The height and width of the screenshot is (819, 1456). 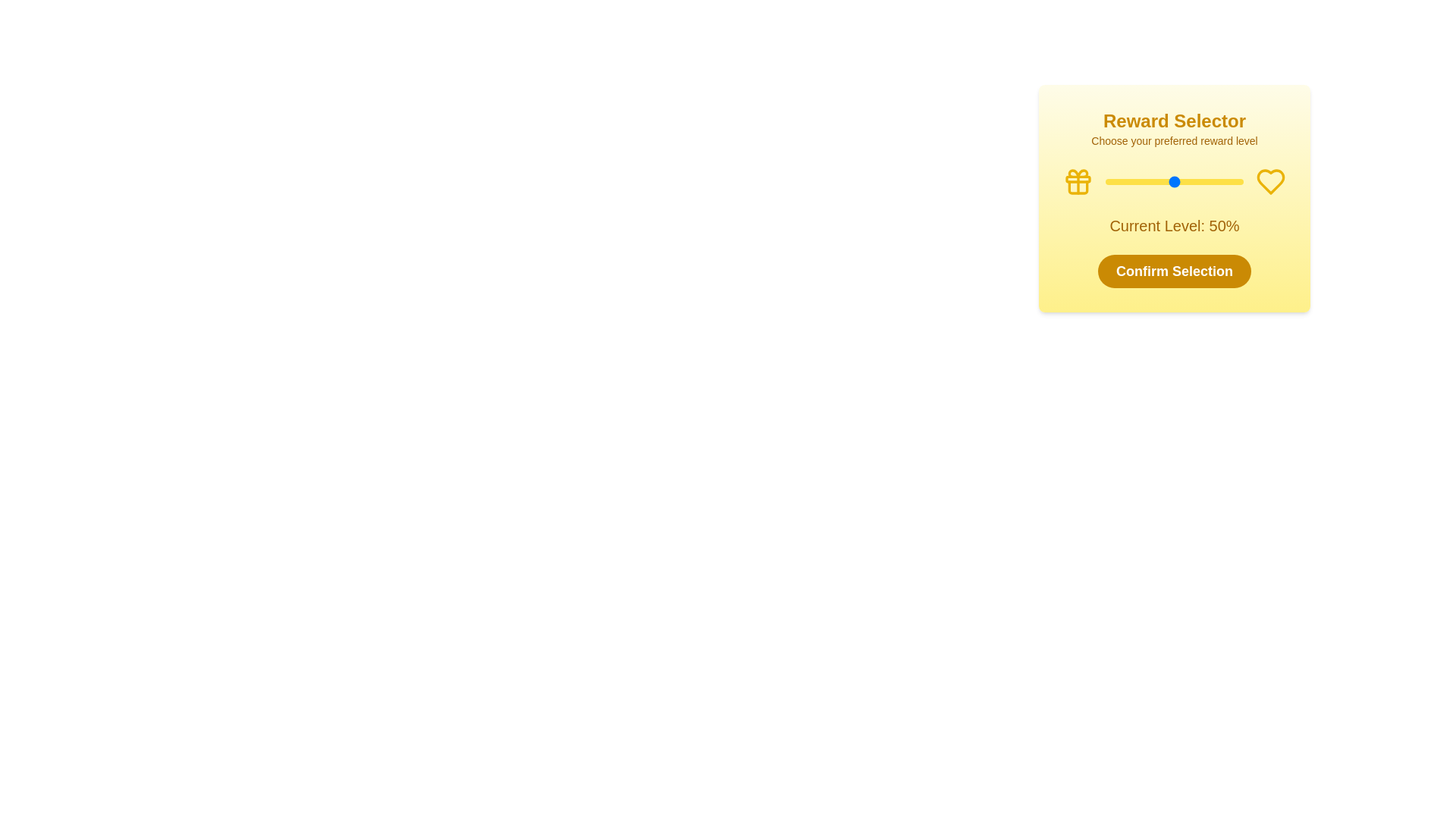 I want to click on the static text that reads 'Choose your preferred reward level', which is styled with a small font size and a yellowish-brown color, located within a card-like interface with a pale yellow background, so click(x=1174, y=140).